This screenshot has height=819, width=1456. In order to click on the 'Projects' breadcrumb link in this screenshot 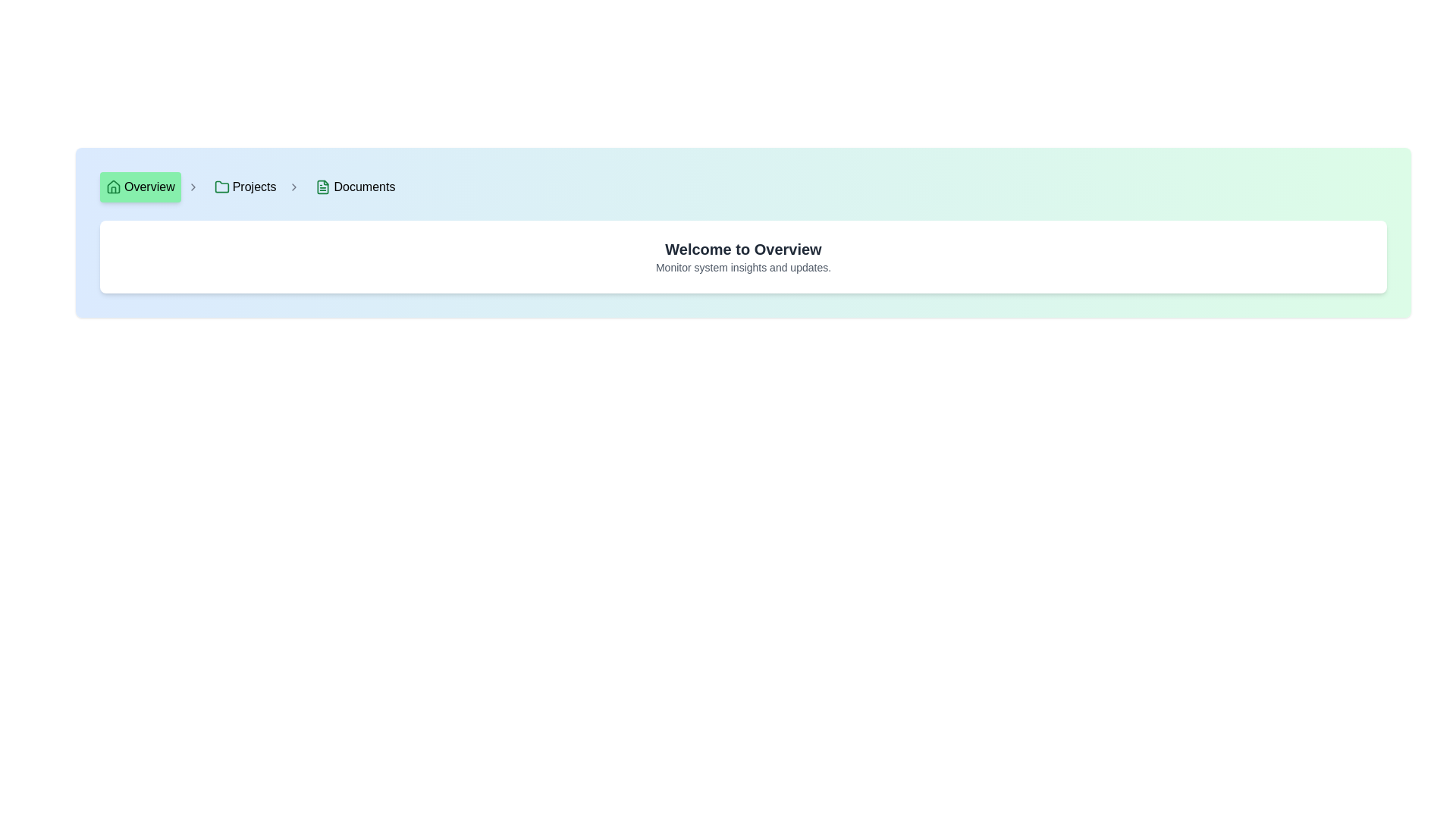, I will do `click(254, 186)`.